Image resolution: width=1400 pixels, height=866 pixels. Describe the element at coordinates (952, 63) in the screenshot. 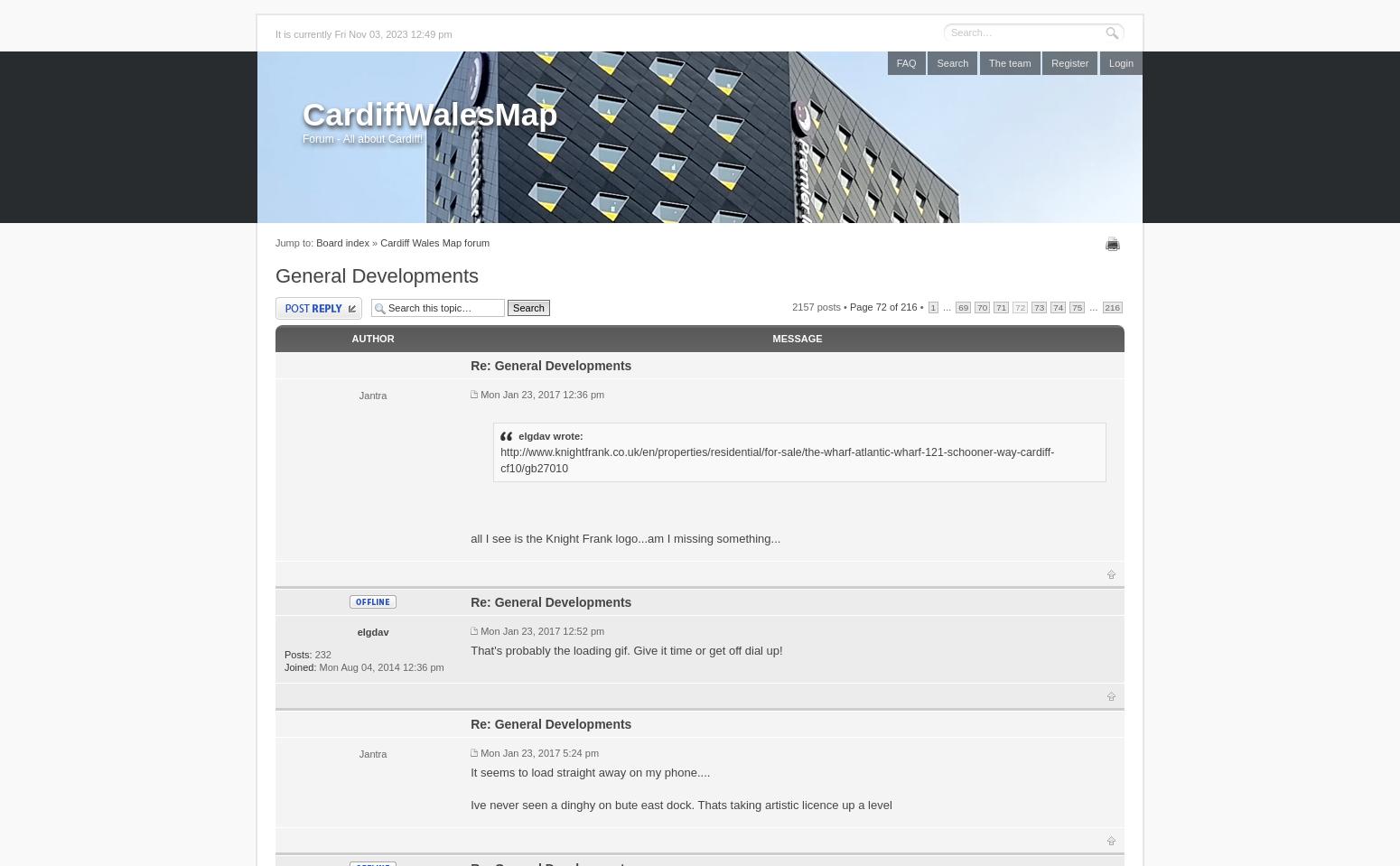

I see `'Search'` at that location.